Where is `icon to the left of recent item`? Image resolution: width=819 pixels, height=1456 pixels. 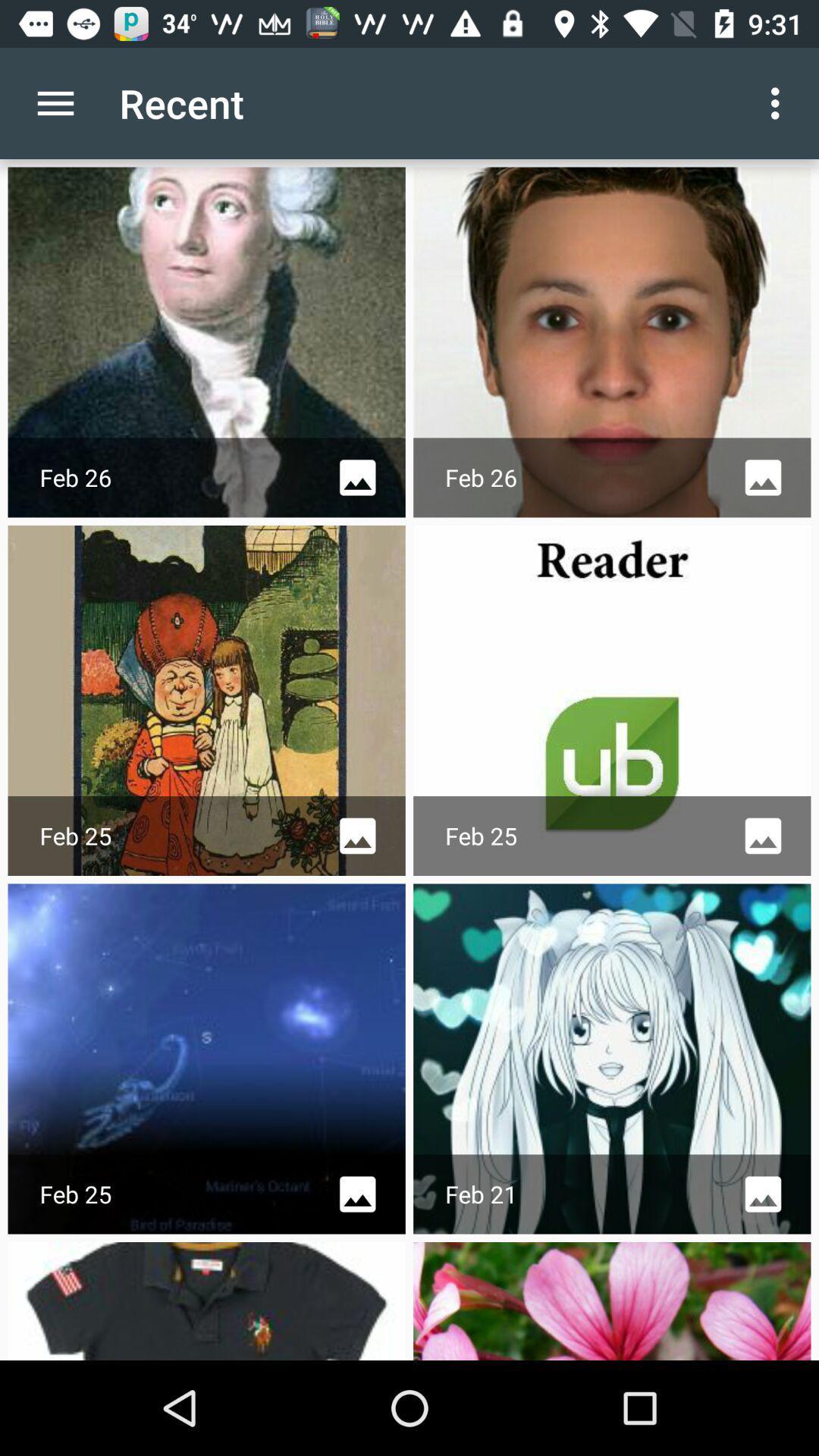
icon to the left of recent item is located at coordinates (55, 102).